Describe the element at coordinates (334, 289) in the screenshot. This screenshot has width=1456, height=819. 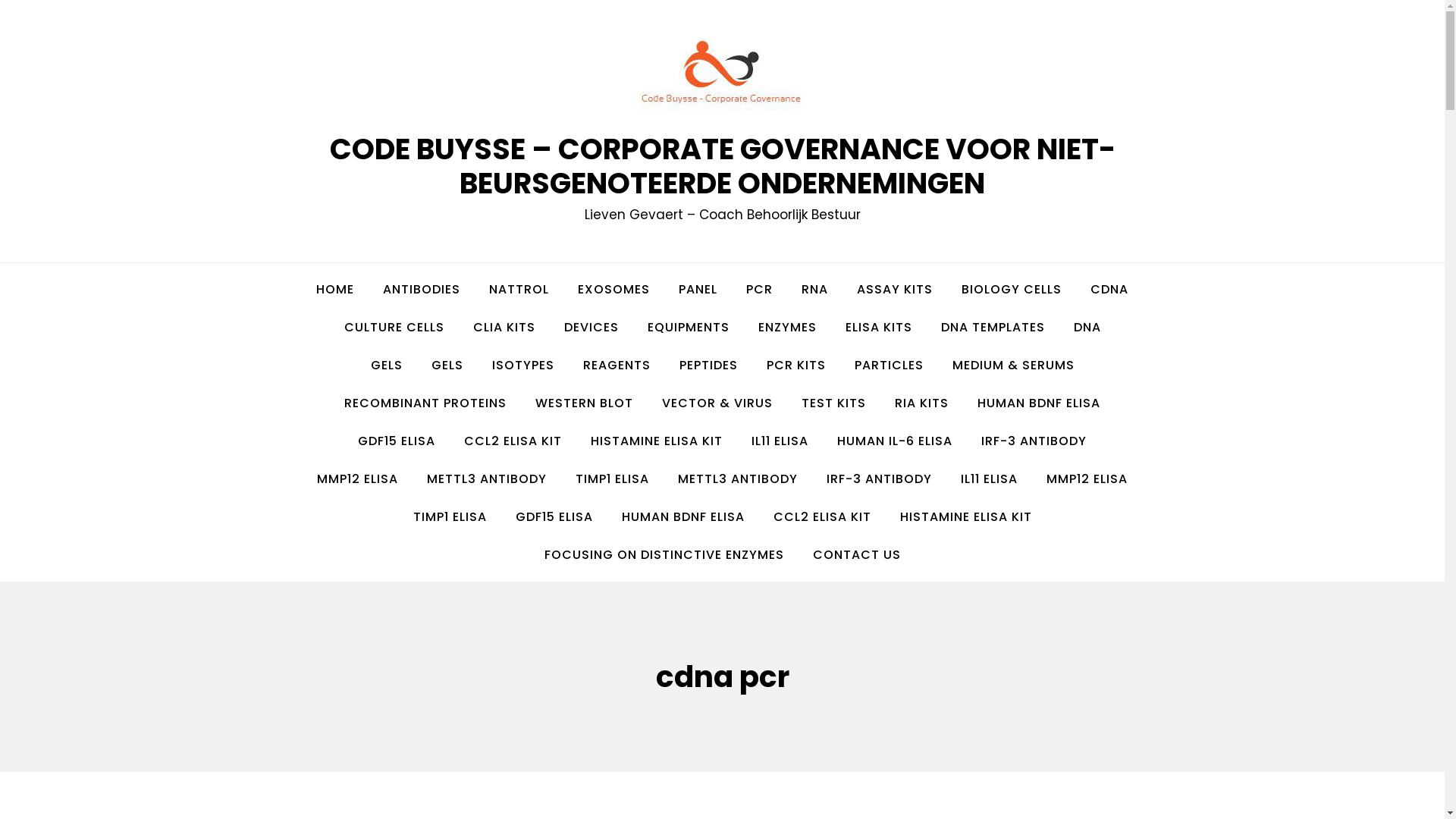
I see `'HOME'` at that location.